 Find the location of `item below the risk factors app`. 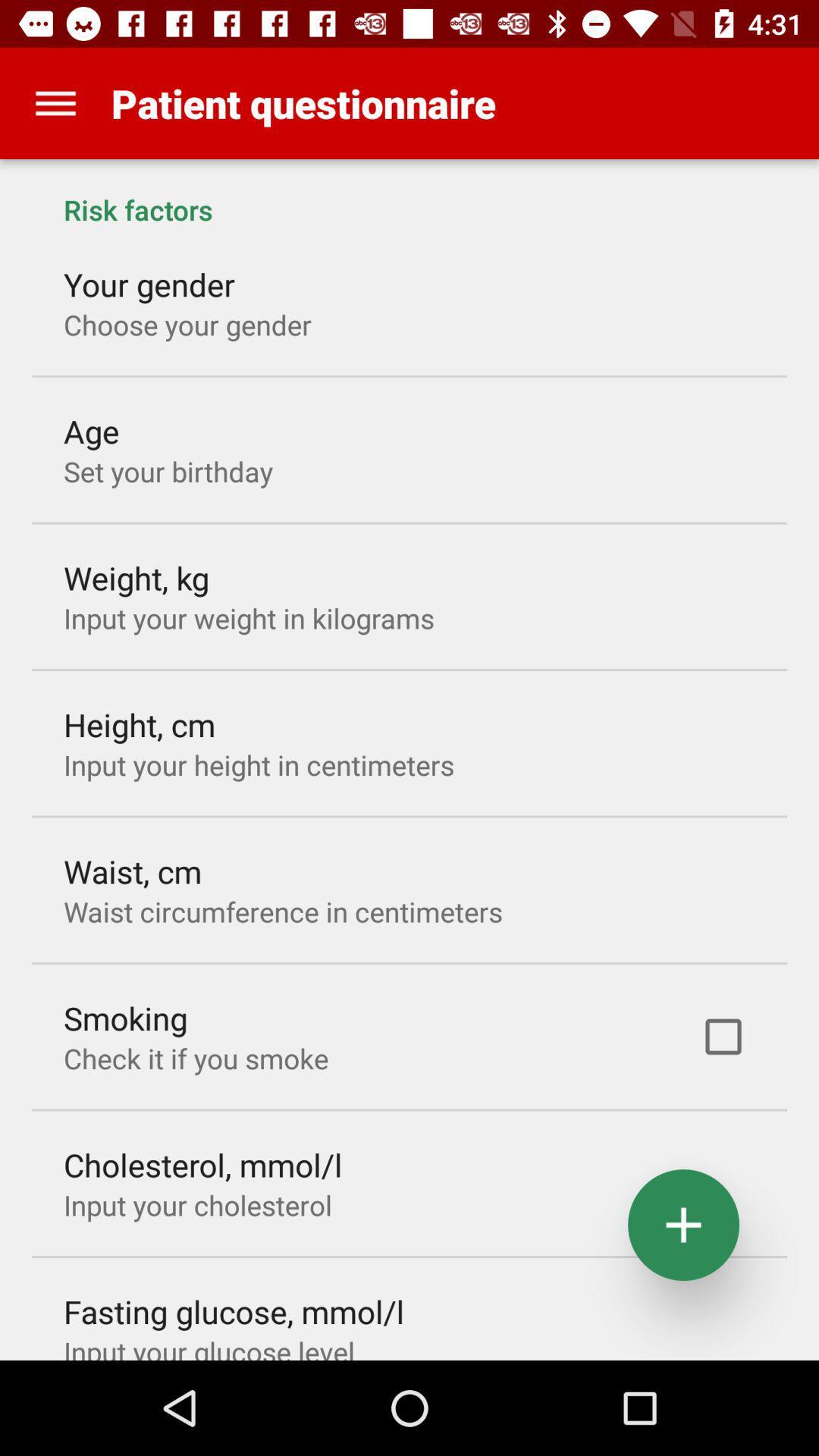

item below the risk factors app is located at coordinates (722, 1036).